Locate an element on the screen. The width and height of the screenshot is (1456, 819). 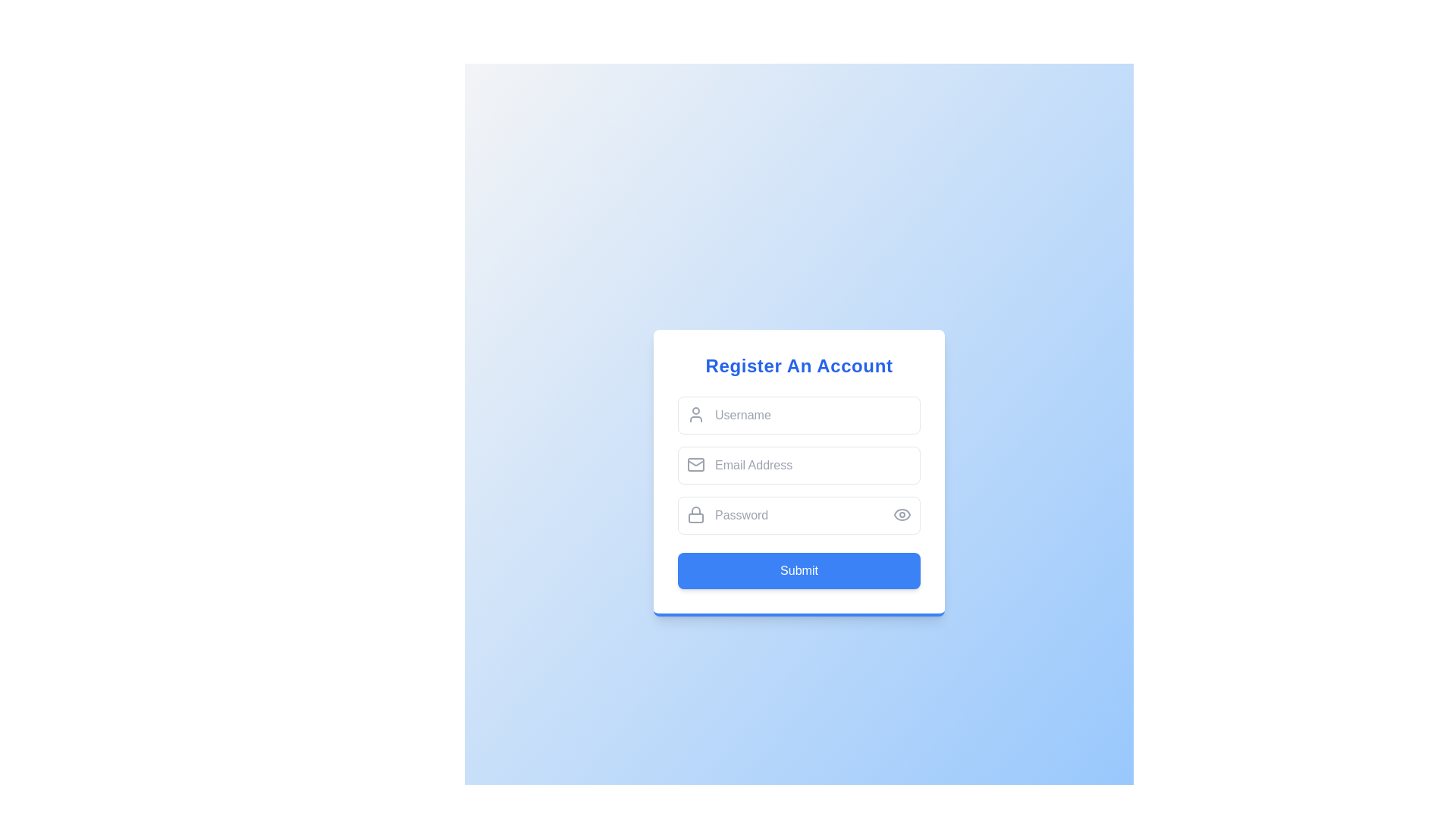
the button with an eye icon, styled in gray, located to the right of the password input field is located at coordinates (902, 513).